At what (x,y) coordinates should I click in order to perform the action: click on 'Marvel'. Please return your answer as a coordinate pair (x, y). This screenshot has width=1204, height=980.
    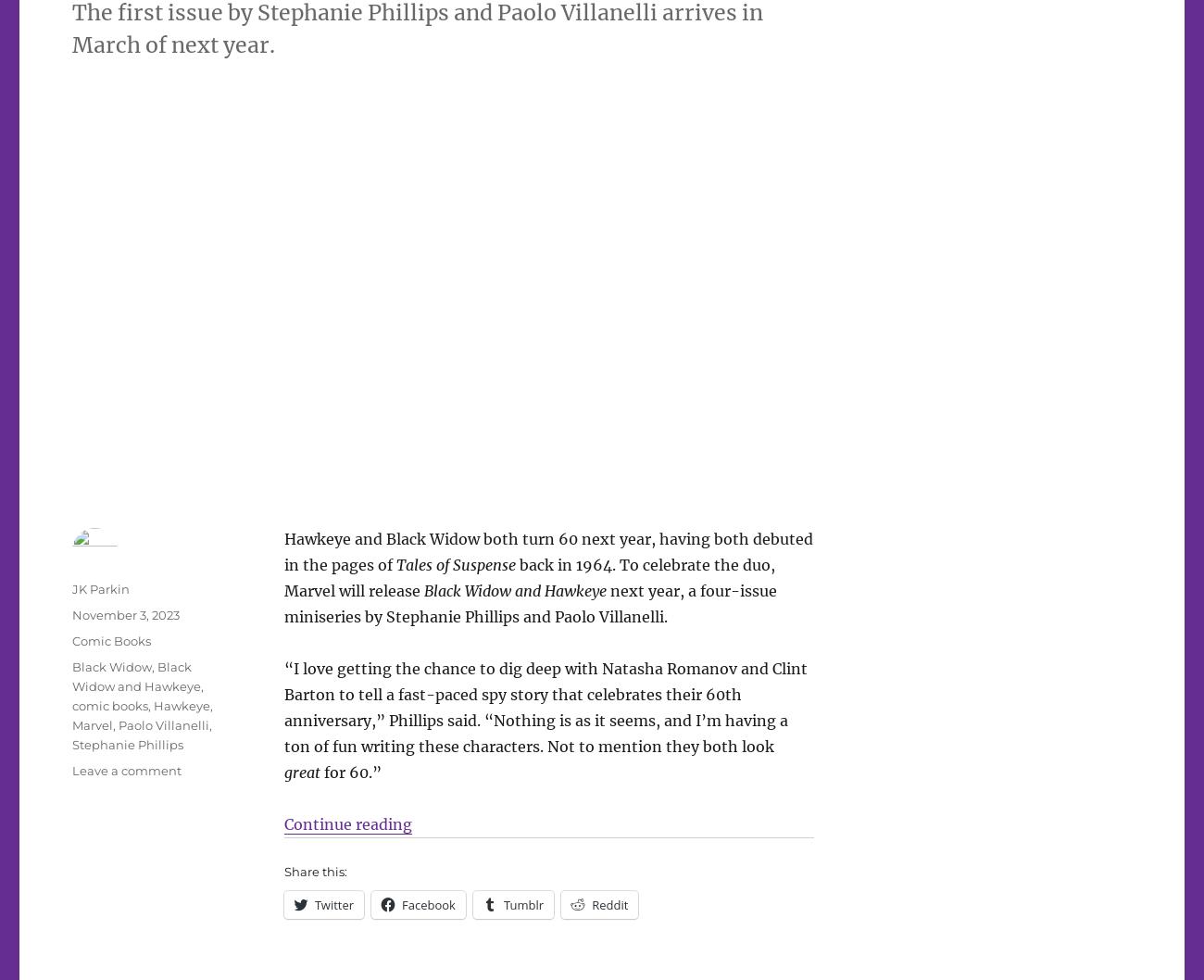
    Looking at the image, I should click on (92, 725).